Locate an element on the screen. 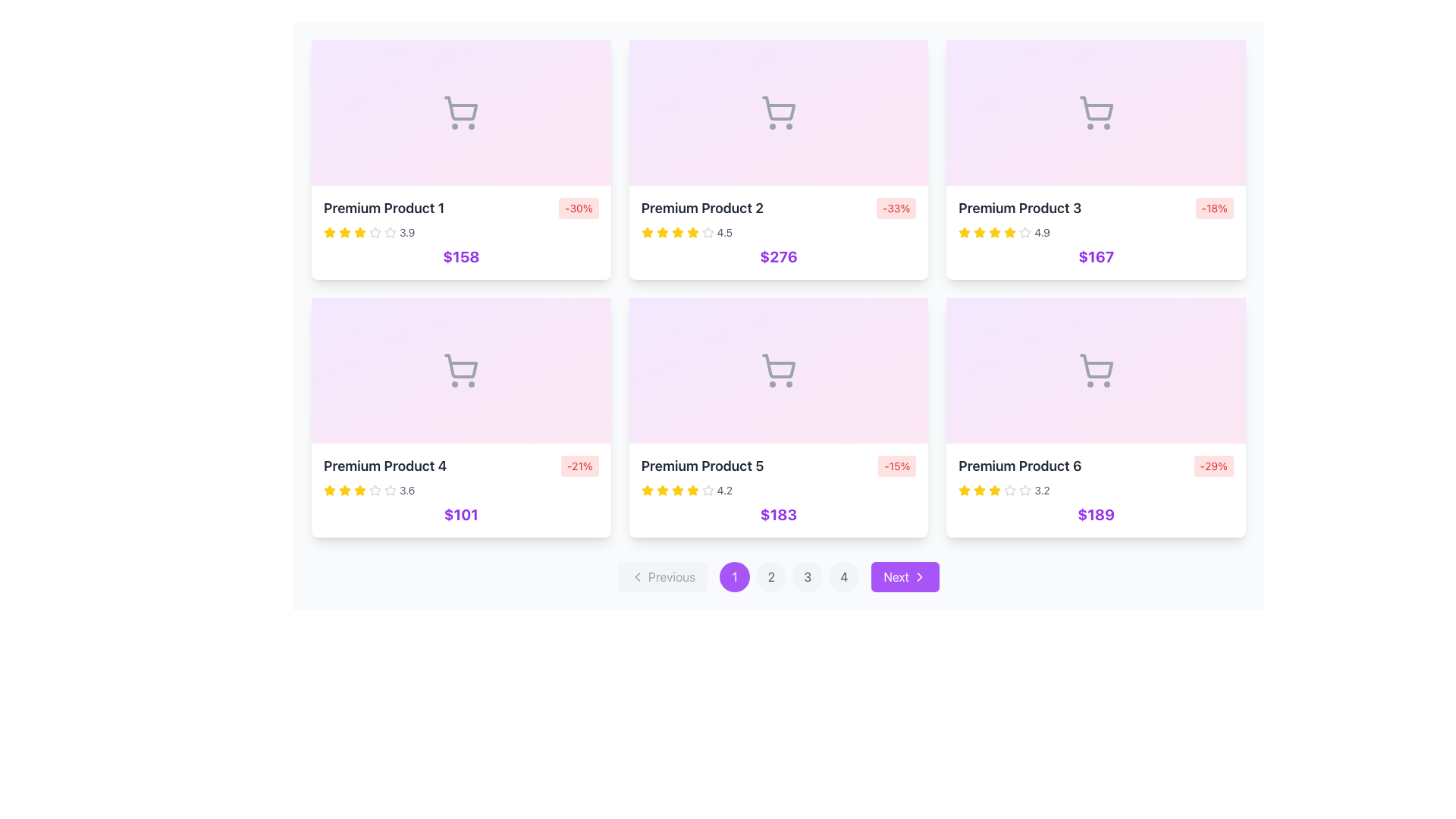 The height and width of the screenshot is (819, 1456). the third star in the rating system for the 'Premium Product 3' is located at coordinates (1009, 231).